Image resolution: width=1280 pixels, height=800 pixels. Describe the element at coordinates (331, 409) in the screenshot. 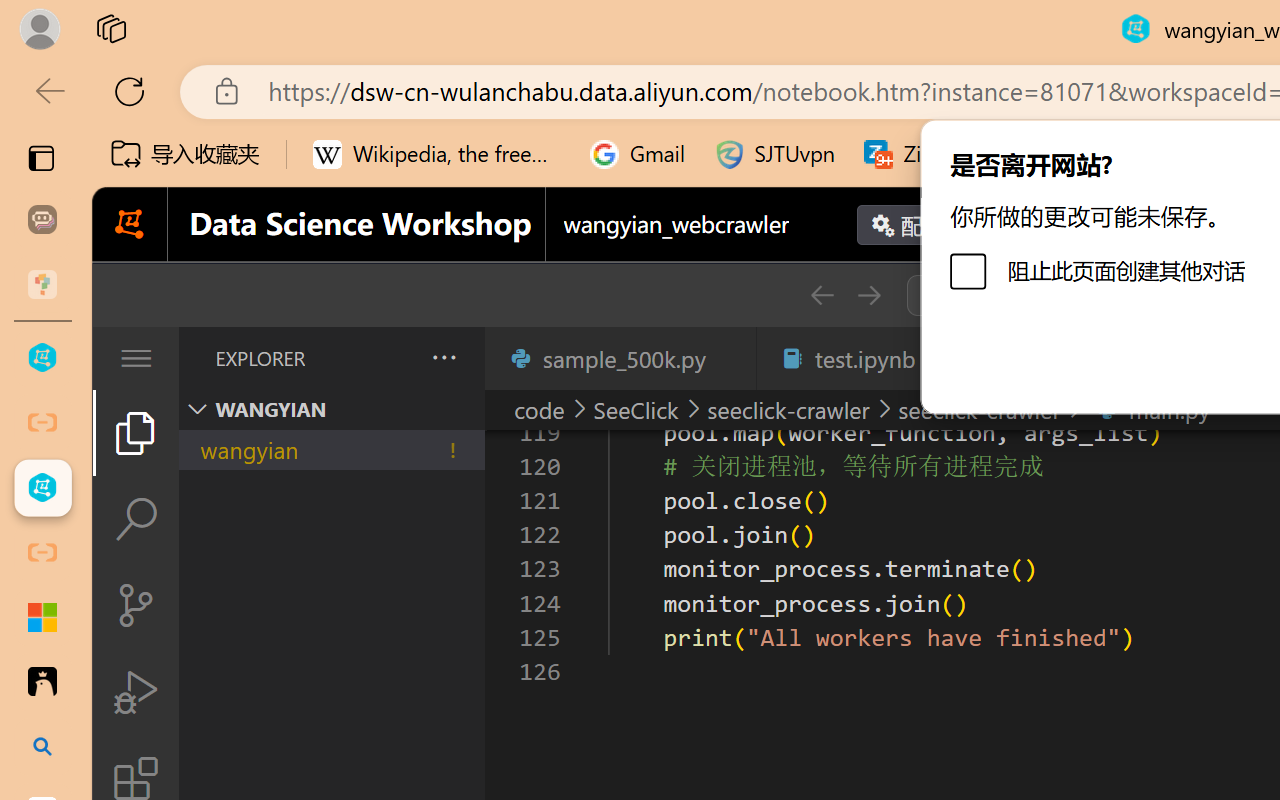

I see `'Explorer Section: wangyian'` at that location.